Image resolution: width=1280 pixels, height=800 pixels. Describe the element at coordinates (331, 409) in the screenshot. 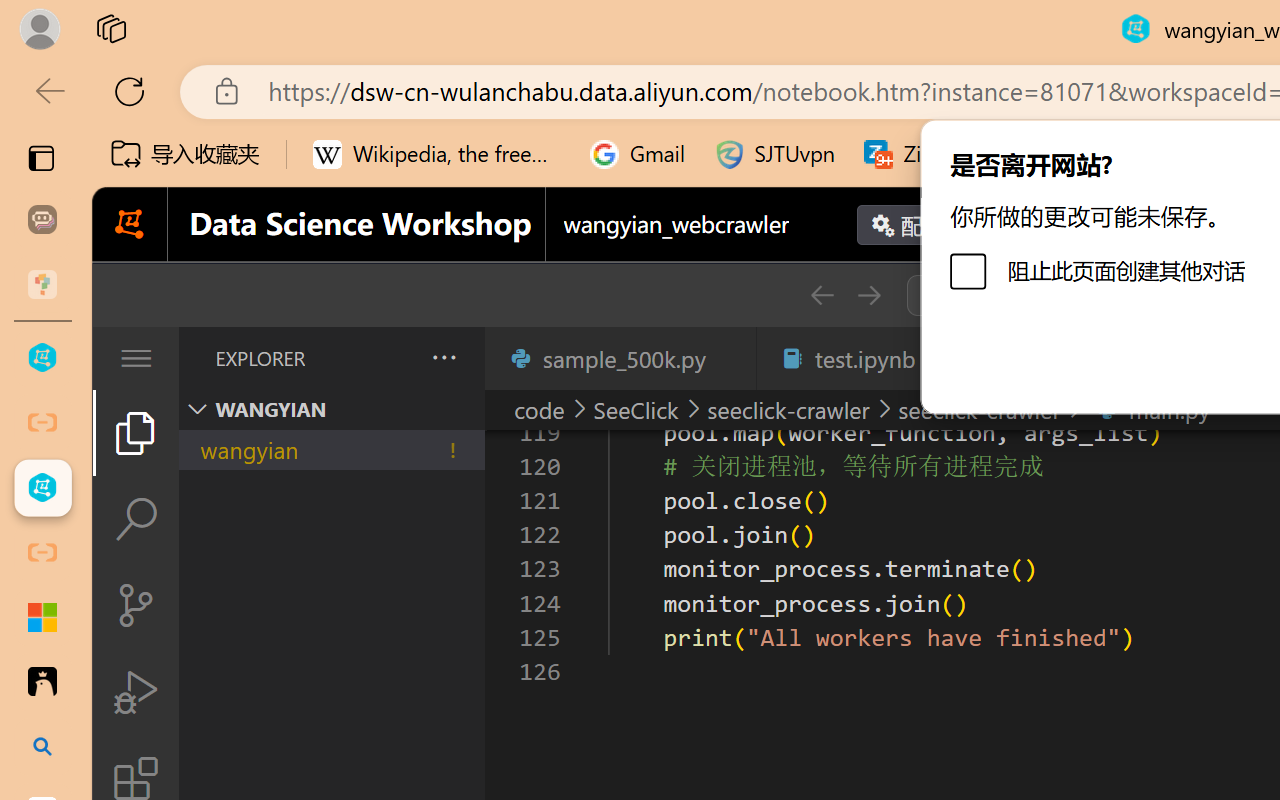

I see `'Explorer Section: wangyian'` at that location.